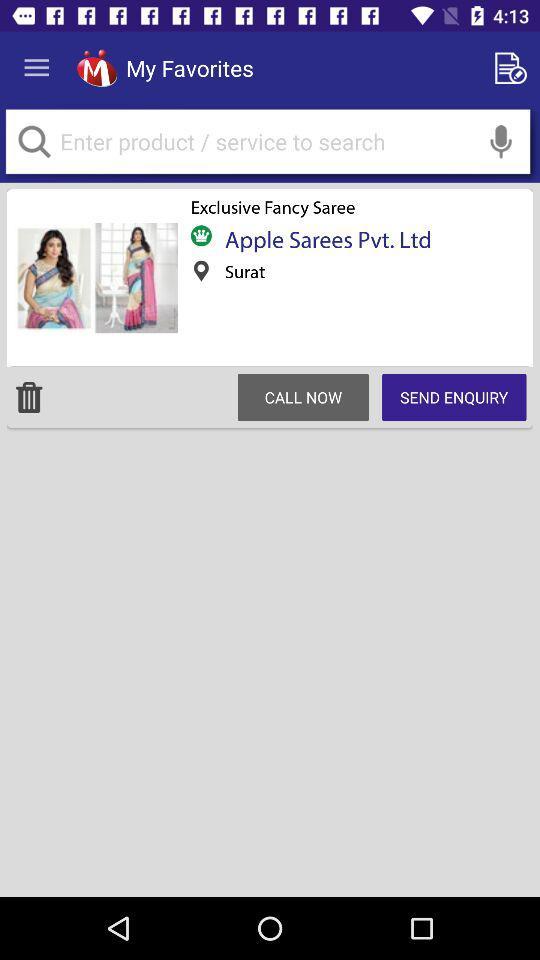  I want to click on the item on the left, so click(28, 396).